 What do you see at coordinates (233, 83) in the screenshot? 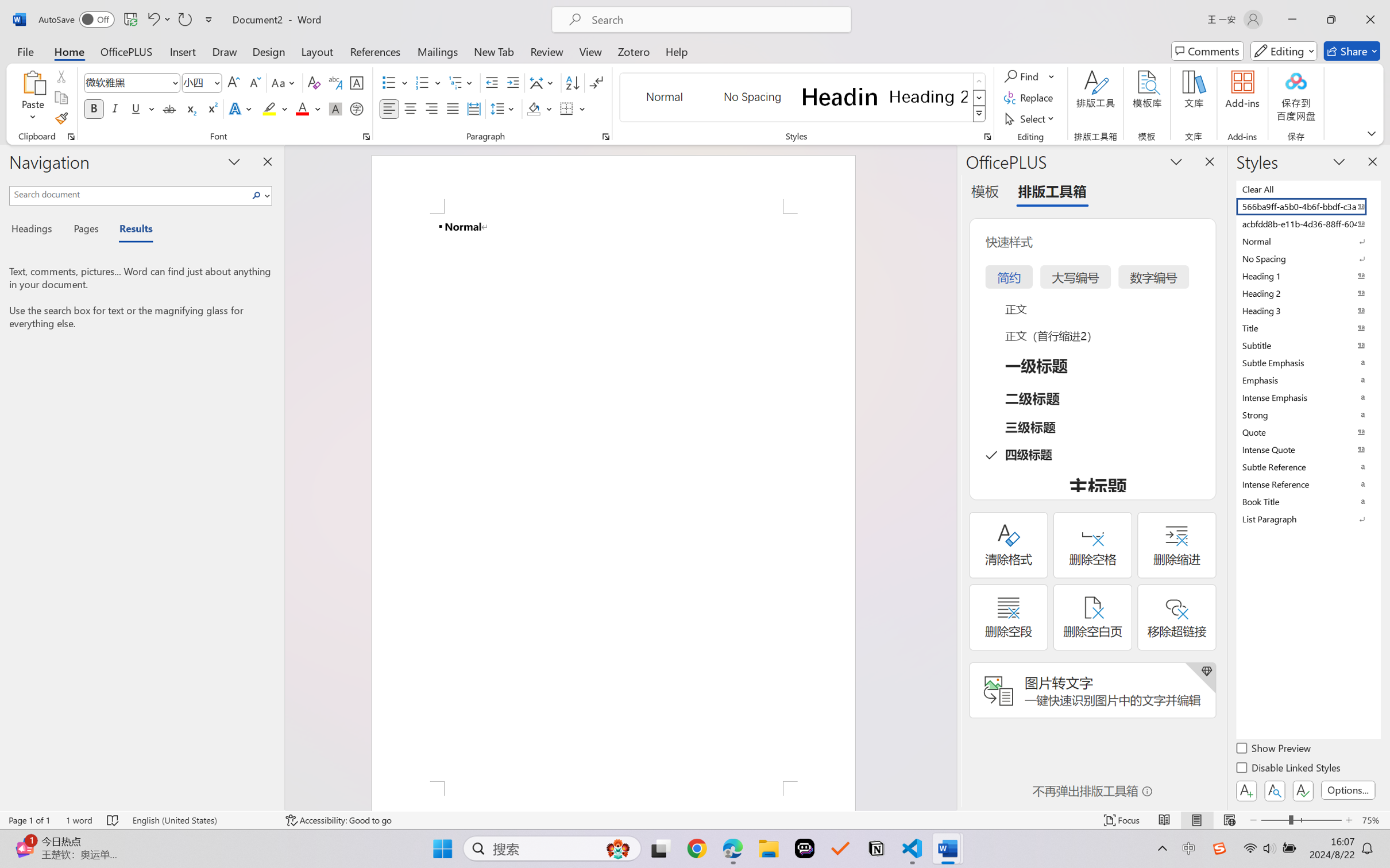
I see `'Grow Font'` at bounding box center [233, 83].